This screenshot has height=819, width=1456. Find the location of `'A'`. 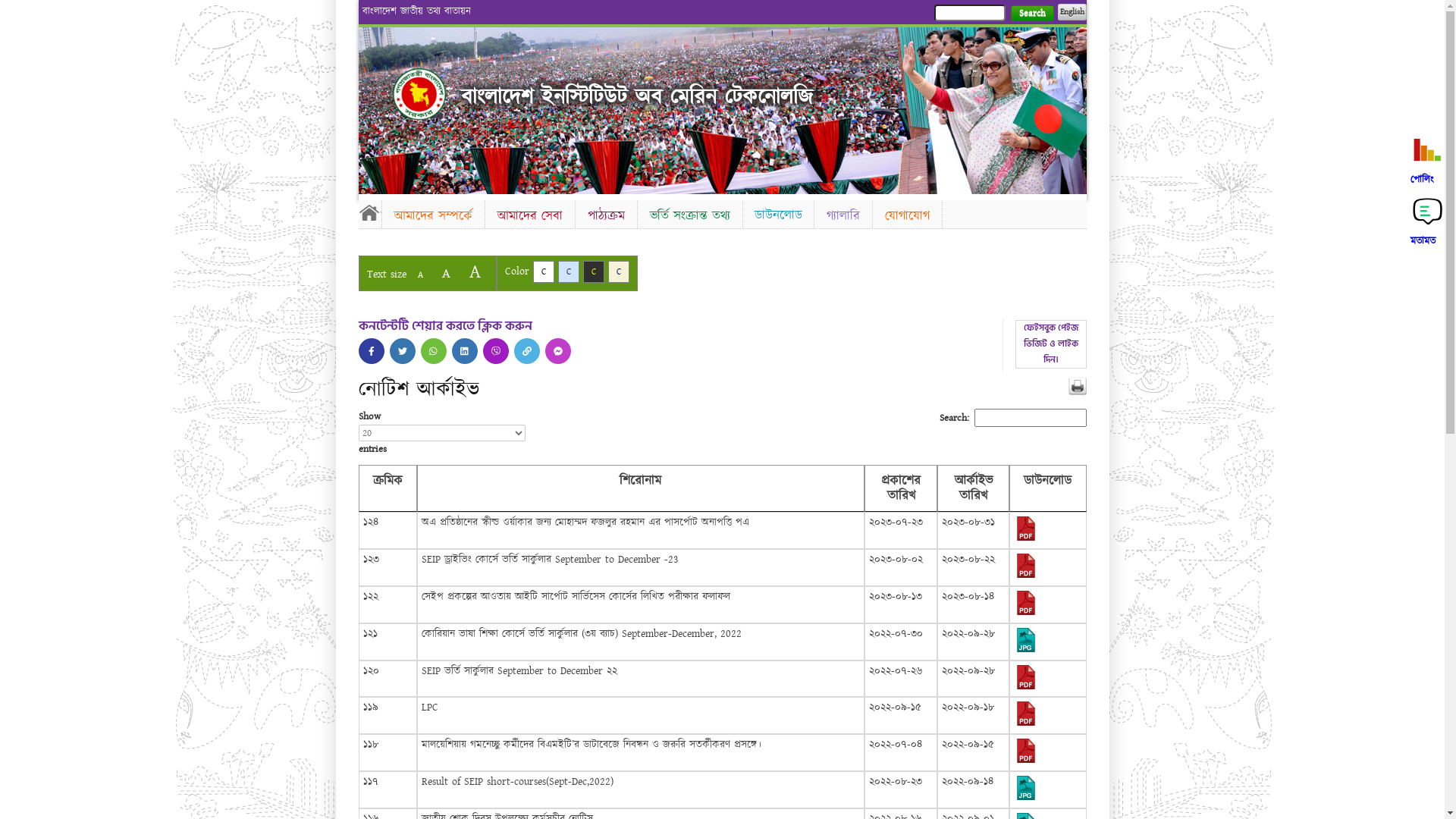

'A' is located at coordinates (444, 273).